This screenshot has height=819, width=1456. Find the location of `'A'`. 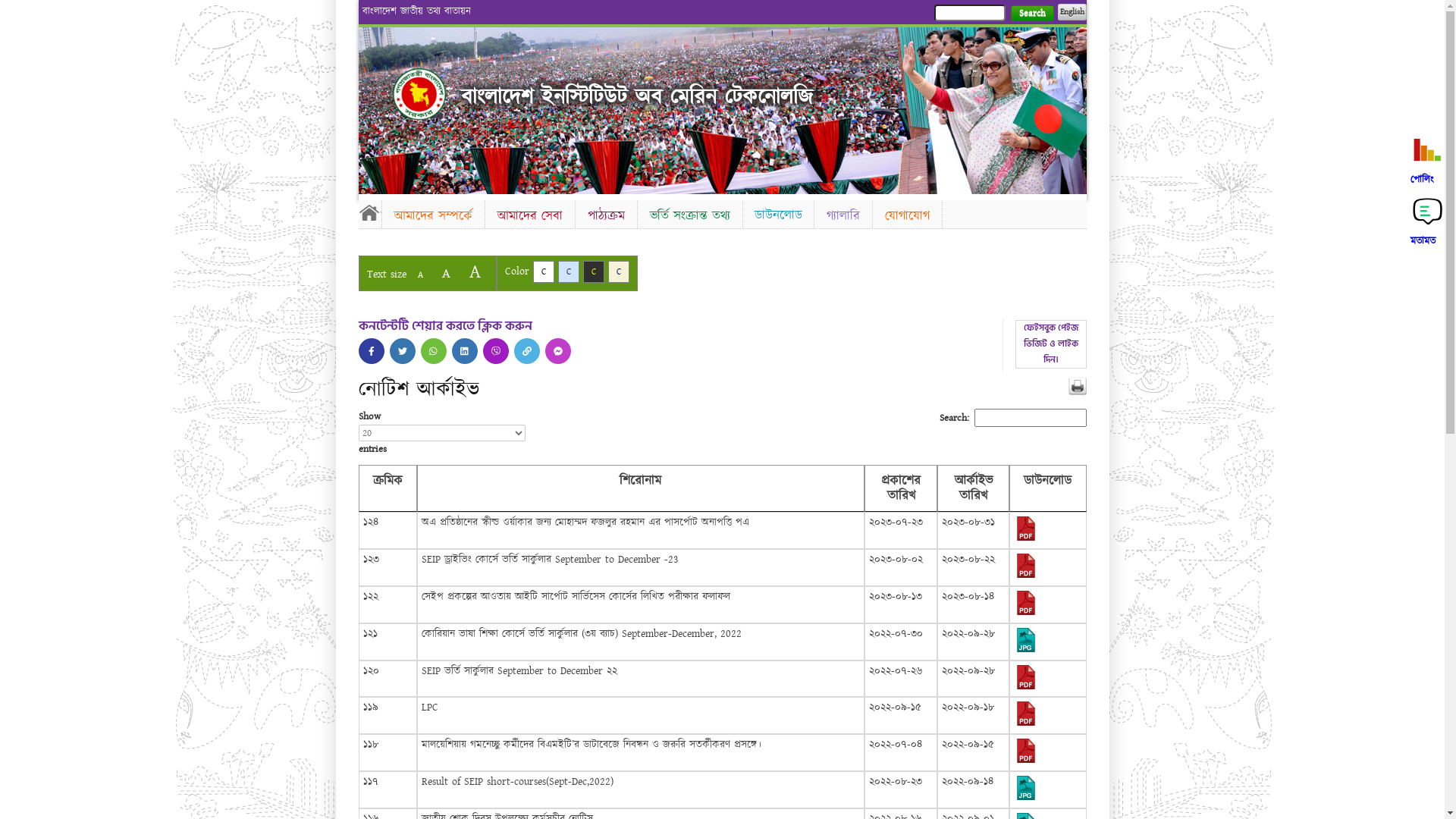

'A' is located at coordinates (444, 273).